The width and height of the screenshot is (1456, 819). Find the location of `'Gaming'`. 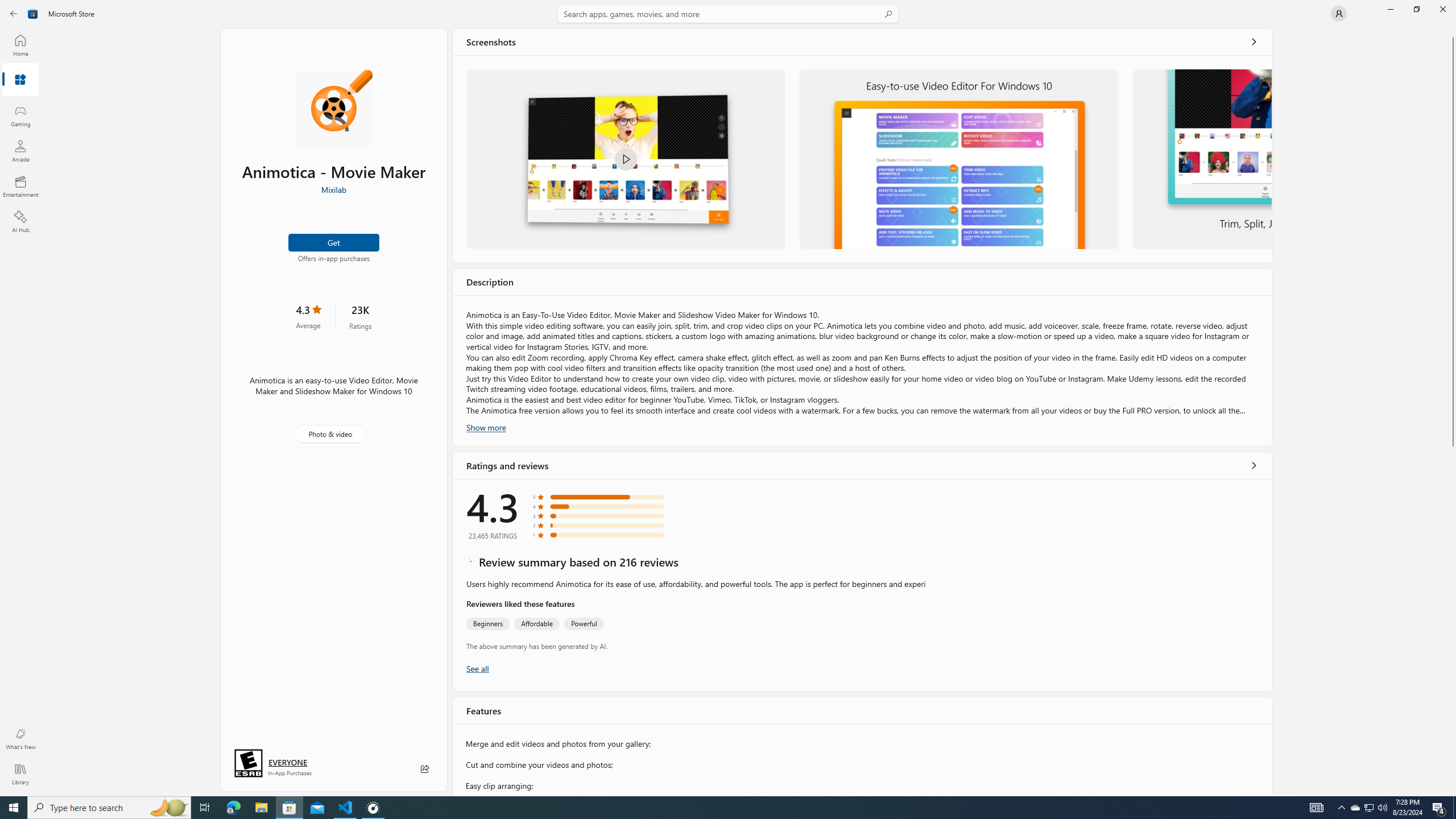

'Gaming' is located at coordinates (19, 115).